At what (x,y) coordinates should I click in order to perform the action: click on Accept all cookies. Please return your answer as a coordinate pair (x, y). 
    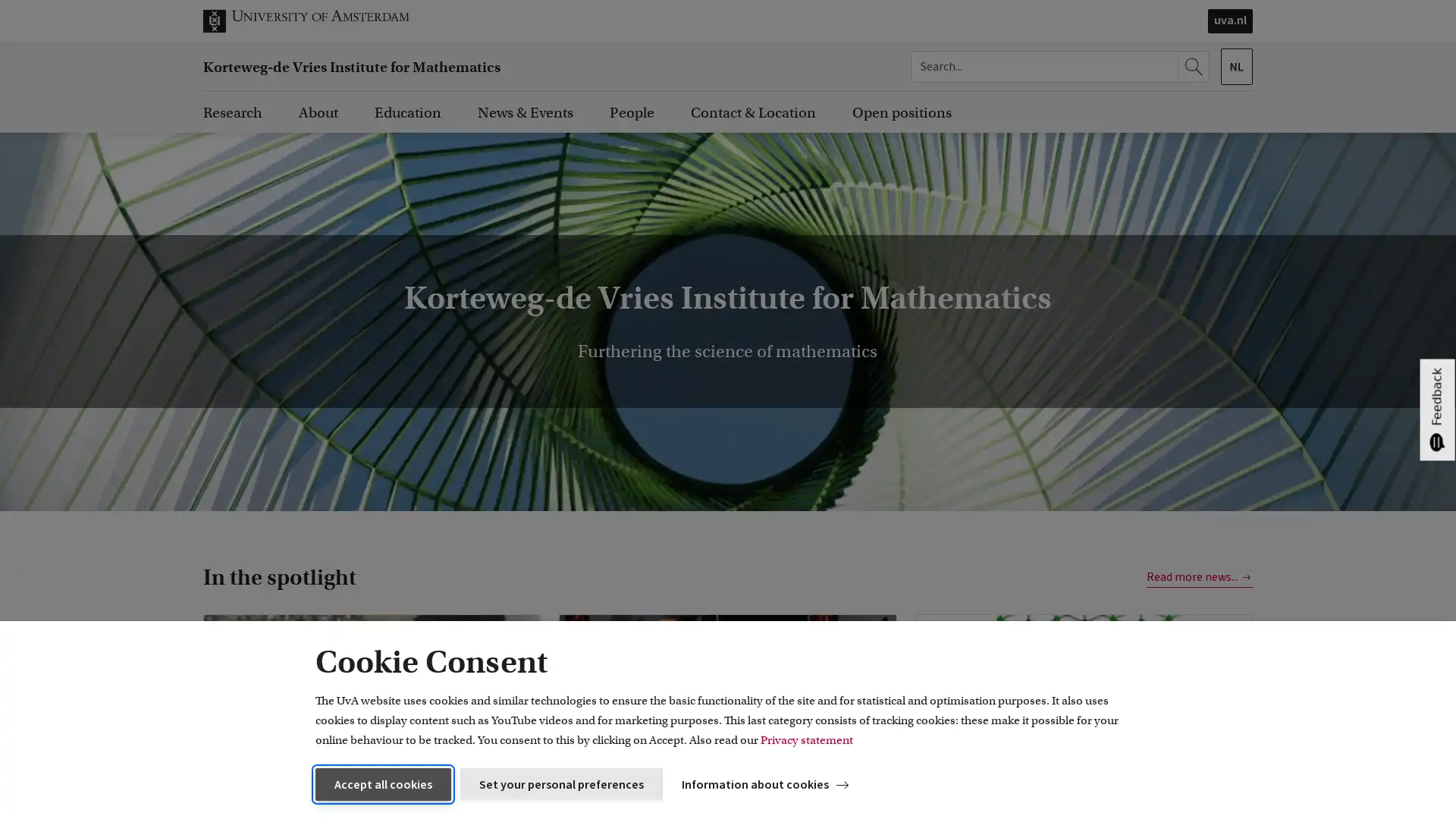
    Looking at the image, I should click on (383, 784).